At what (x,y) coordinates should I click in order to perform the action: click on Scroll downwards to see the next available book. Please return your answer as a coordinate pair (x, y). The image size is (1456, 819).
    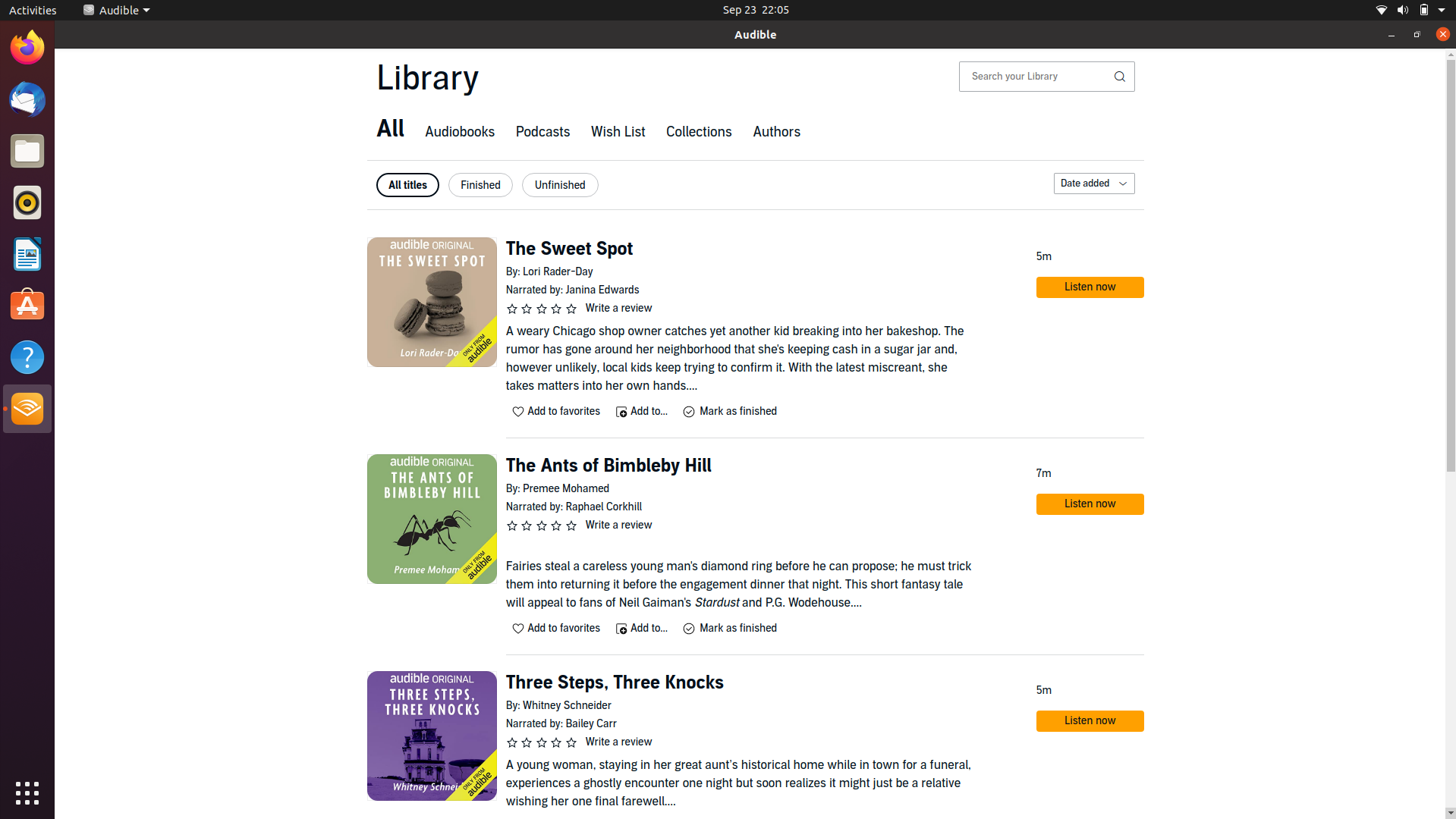
    Looking at the image, I should click on (1448720, 468877).